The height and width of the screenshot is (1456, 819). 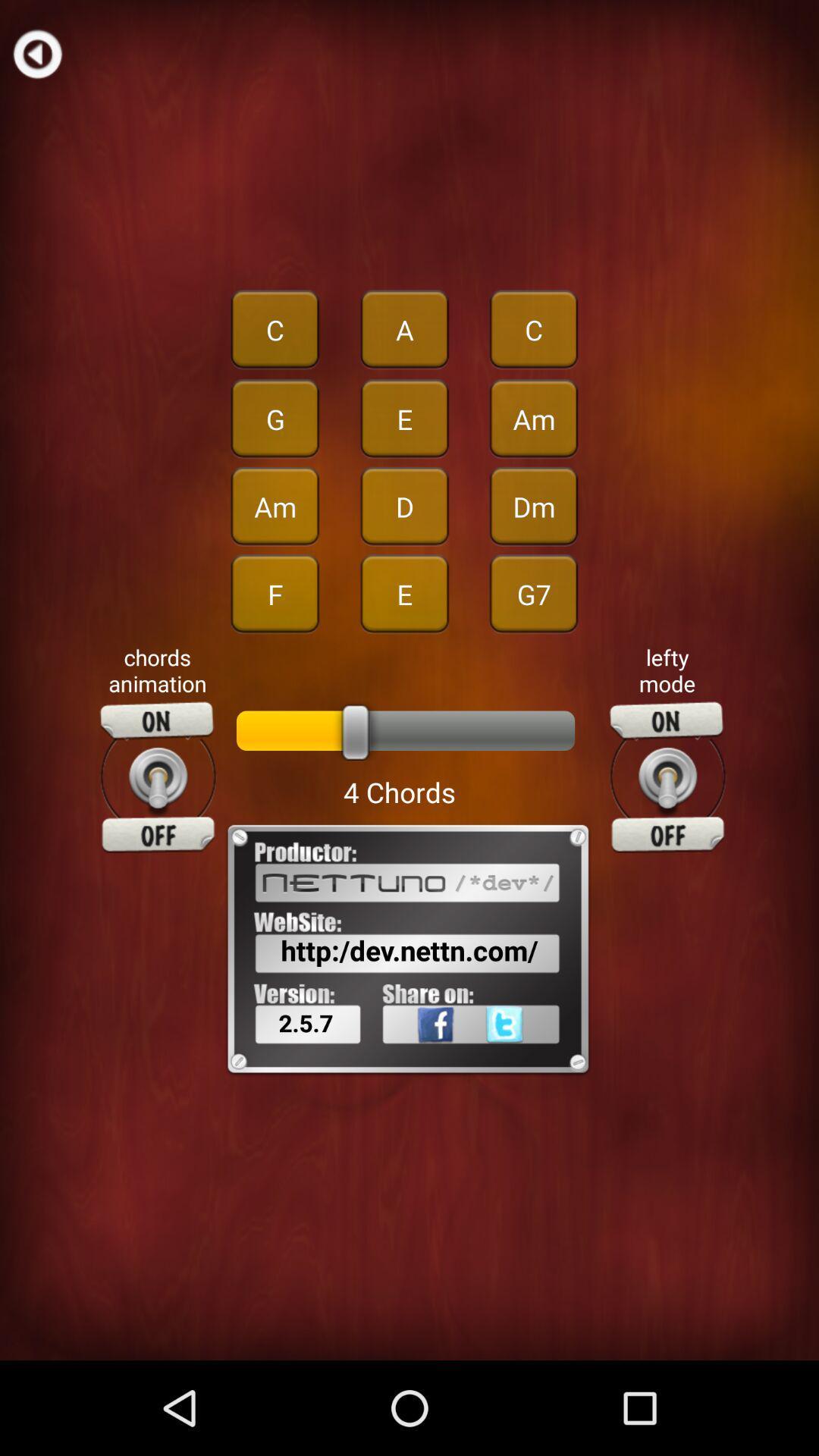 What do you see at coordinates (409, 949) in the screenshot?
I see `the item above the 2.5.7 item` at bounding box center [409, 949].